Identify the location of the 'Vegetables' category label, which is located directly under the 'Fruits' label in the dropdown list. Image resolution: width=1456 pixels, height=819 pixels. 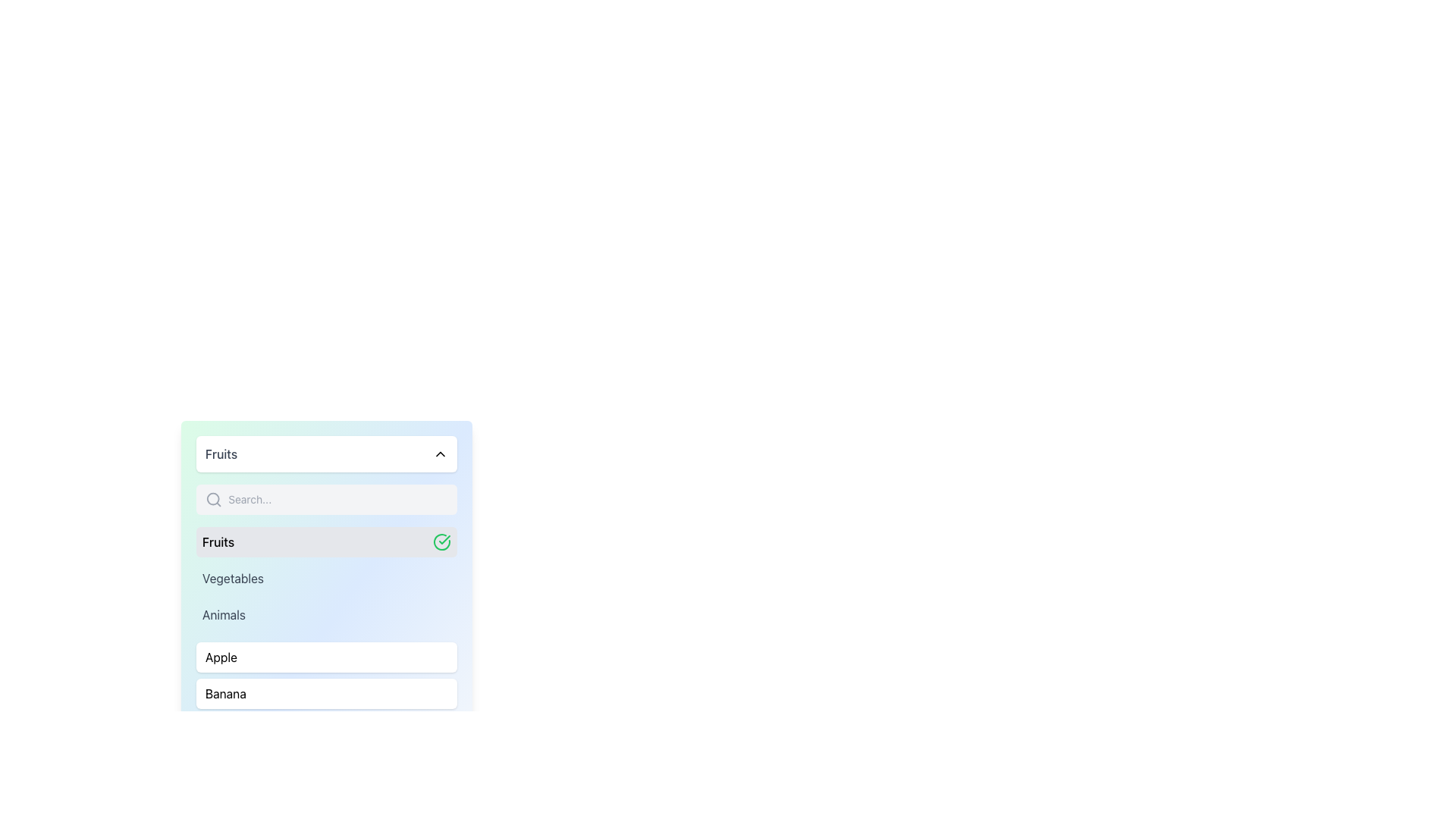
(232, 579).